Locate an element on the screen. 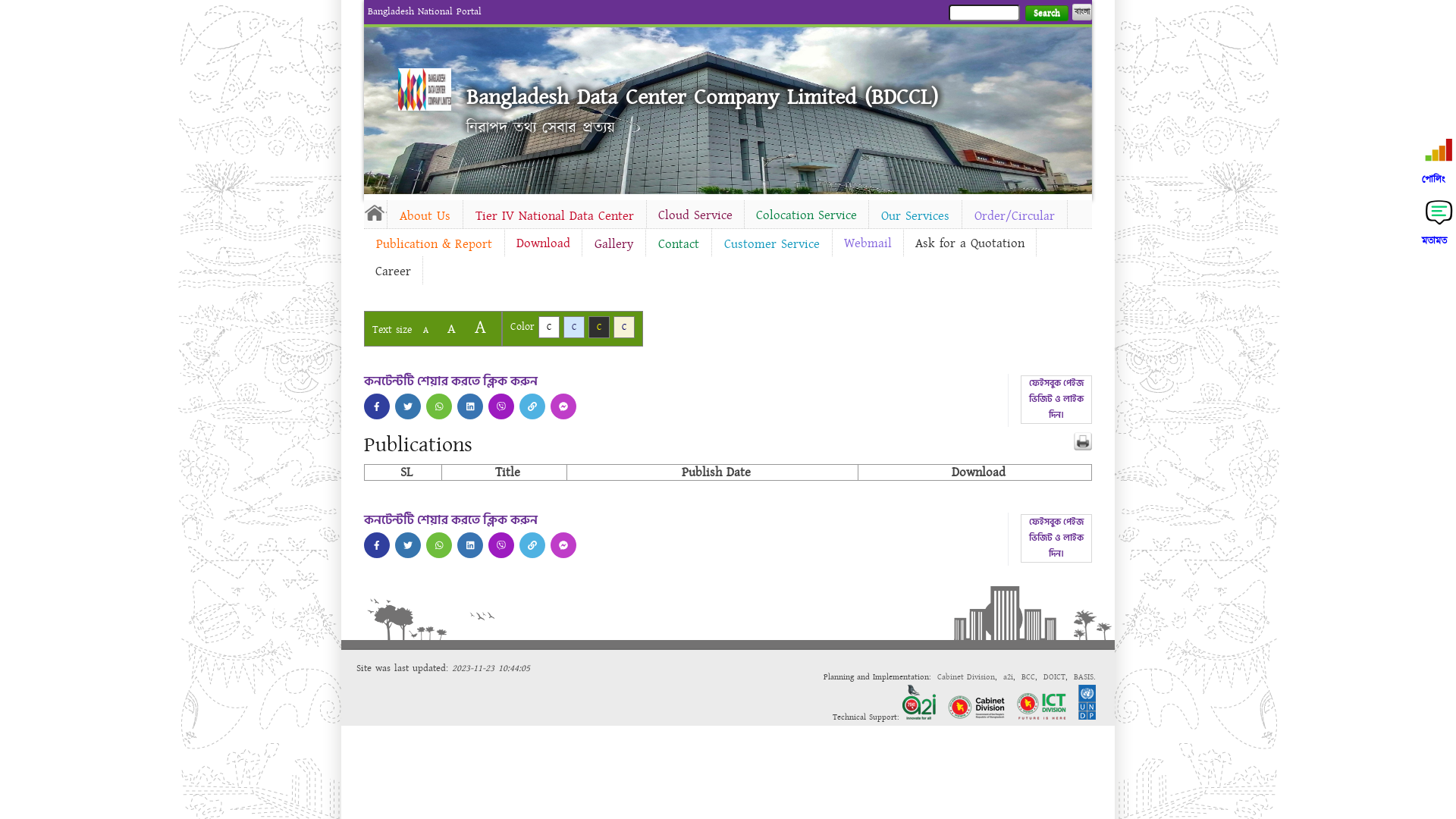  'About Us' is located at coordinates (425, 216).